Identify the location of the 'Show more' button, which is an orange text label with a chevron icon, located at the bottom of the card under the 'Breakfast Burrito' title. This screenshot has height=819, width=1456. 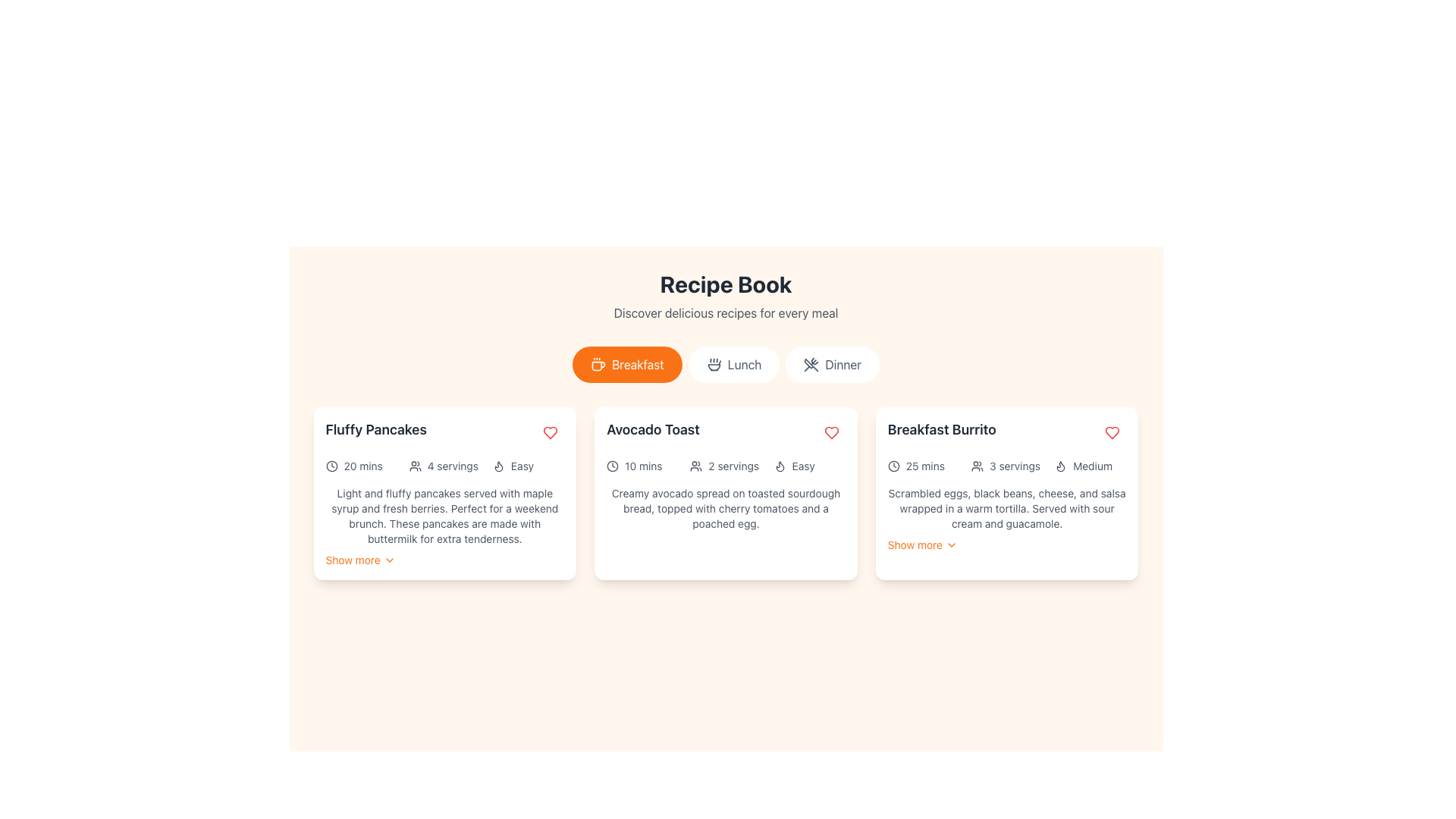
(921, 544).